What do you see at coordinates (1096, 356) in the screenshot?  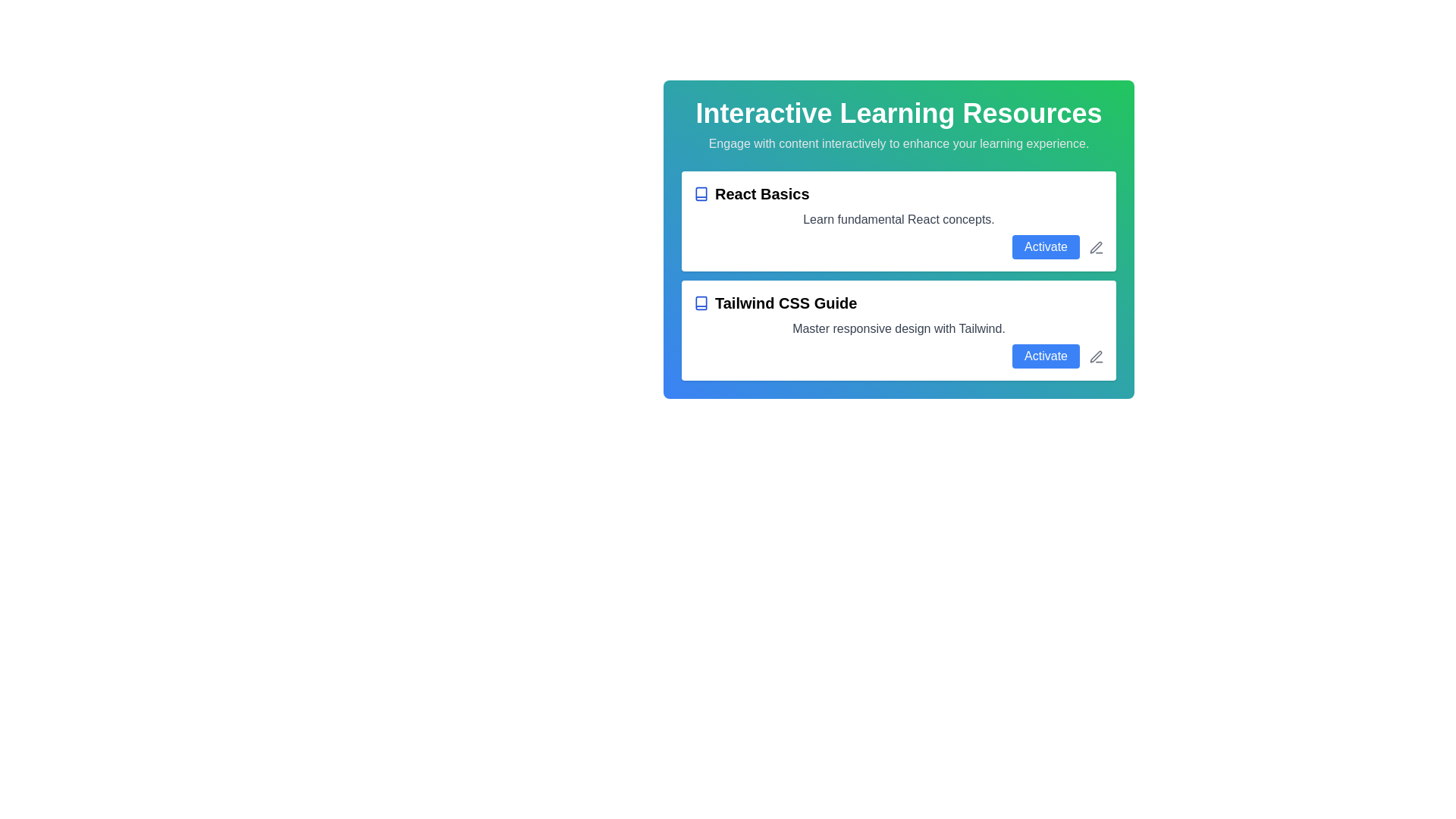 I see `the edit icon for the 'Tailwind CSS Guide' card, located to the right of the 'Activate' button in the second row of the interactive panel` at bounding box center [1096, 356].